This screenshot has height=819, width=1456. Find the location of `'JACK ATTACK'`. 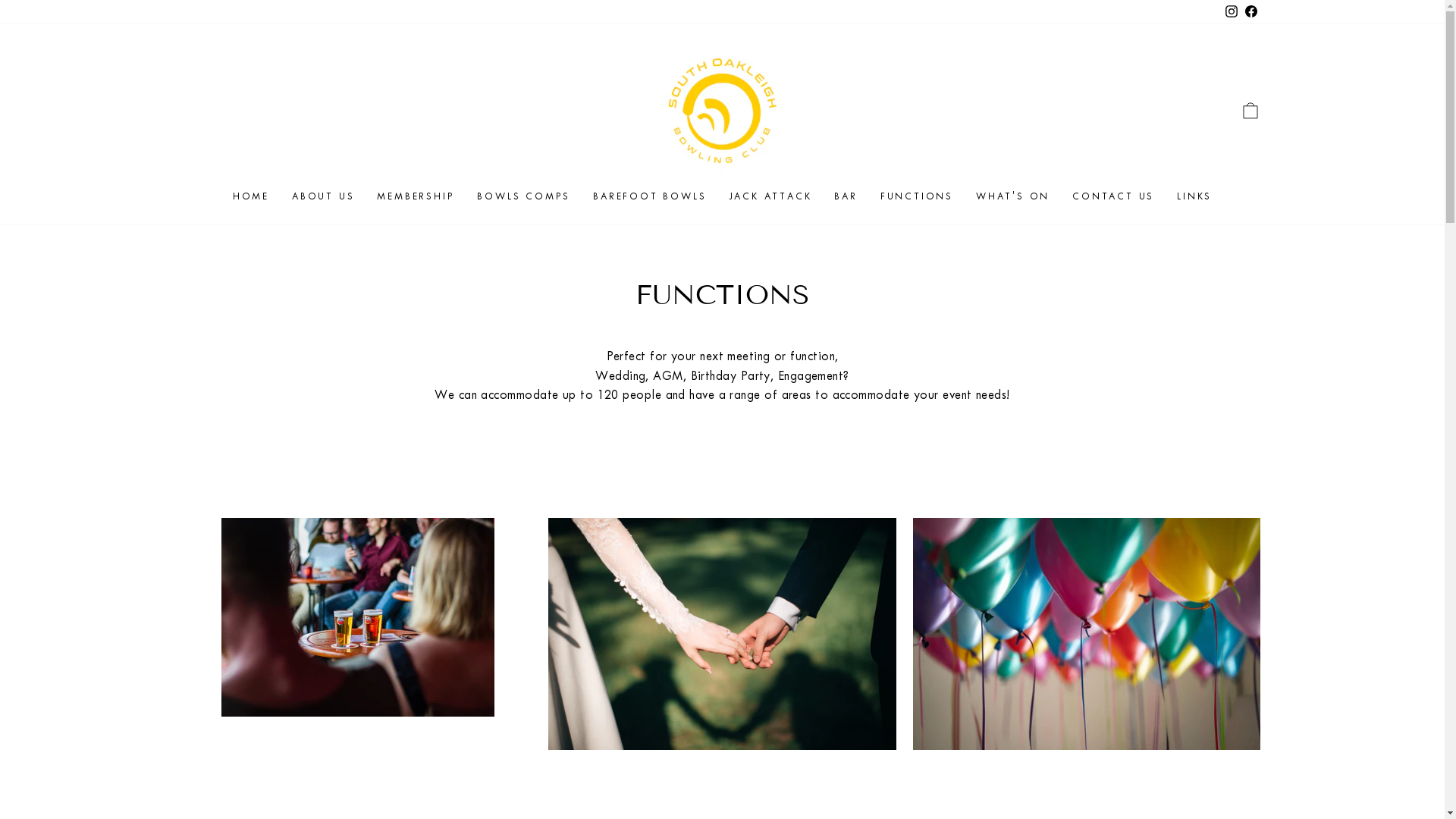

'JACK ATTACK' is located at coordinates (770, 195).